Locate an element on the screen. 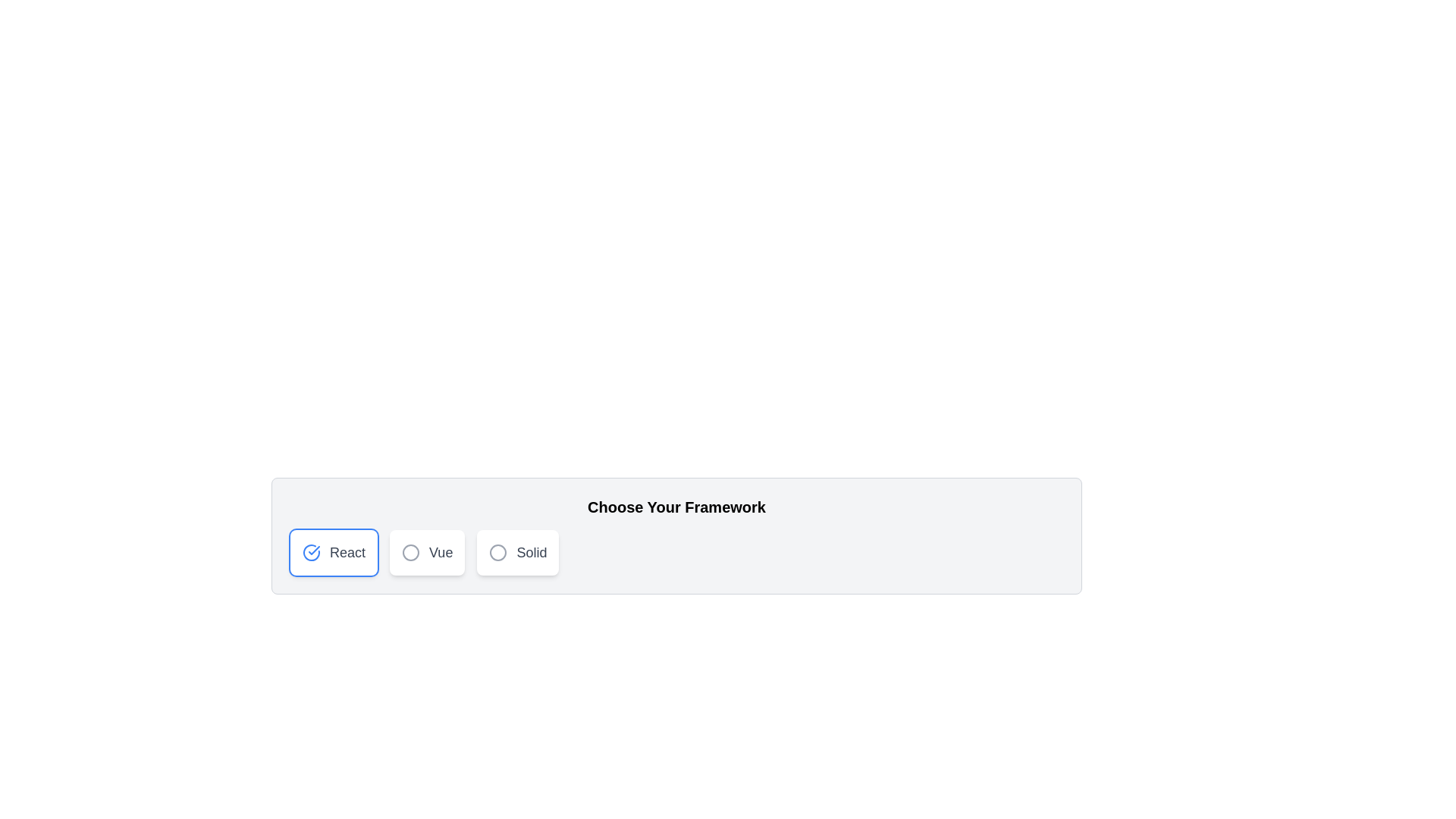  the header text 'Choose Your Framework', which is styled prominently in bold and large font, centrally placed above the selection options is located at coordinates (676, 507).